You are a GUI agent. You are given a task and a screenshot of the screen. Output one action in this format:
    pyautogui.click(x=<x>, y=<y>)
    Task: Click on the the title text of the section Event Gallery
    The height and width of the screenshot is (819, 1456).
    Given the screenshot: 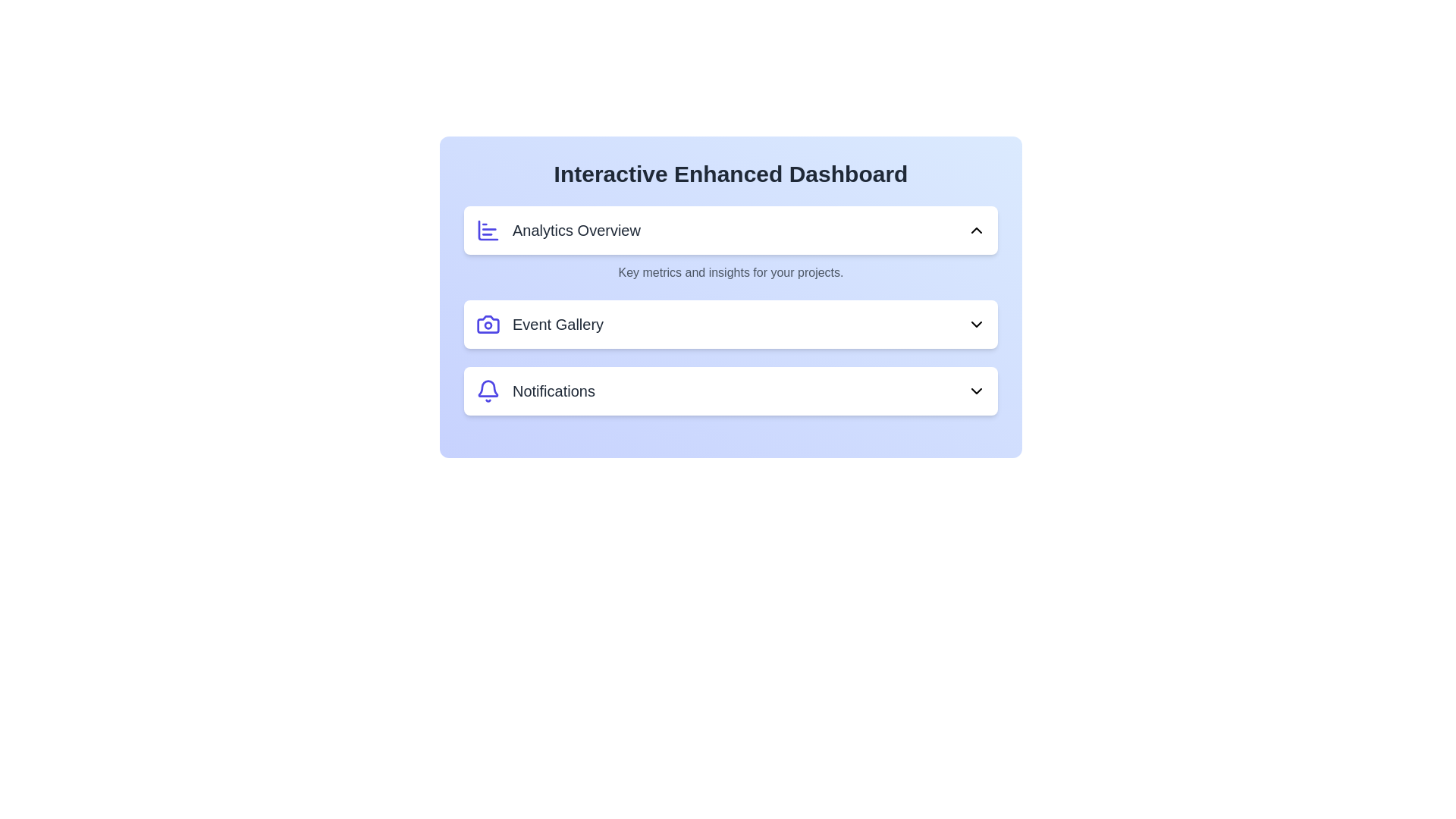 What is the action you would take?
    pyautogui.click(x=731, y=324)
    